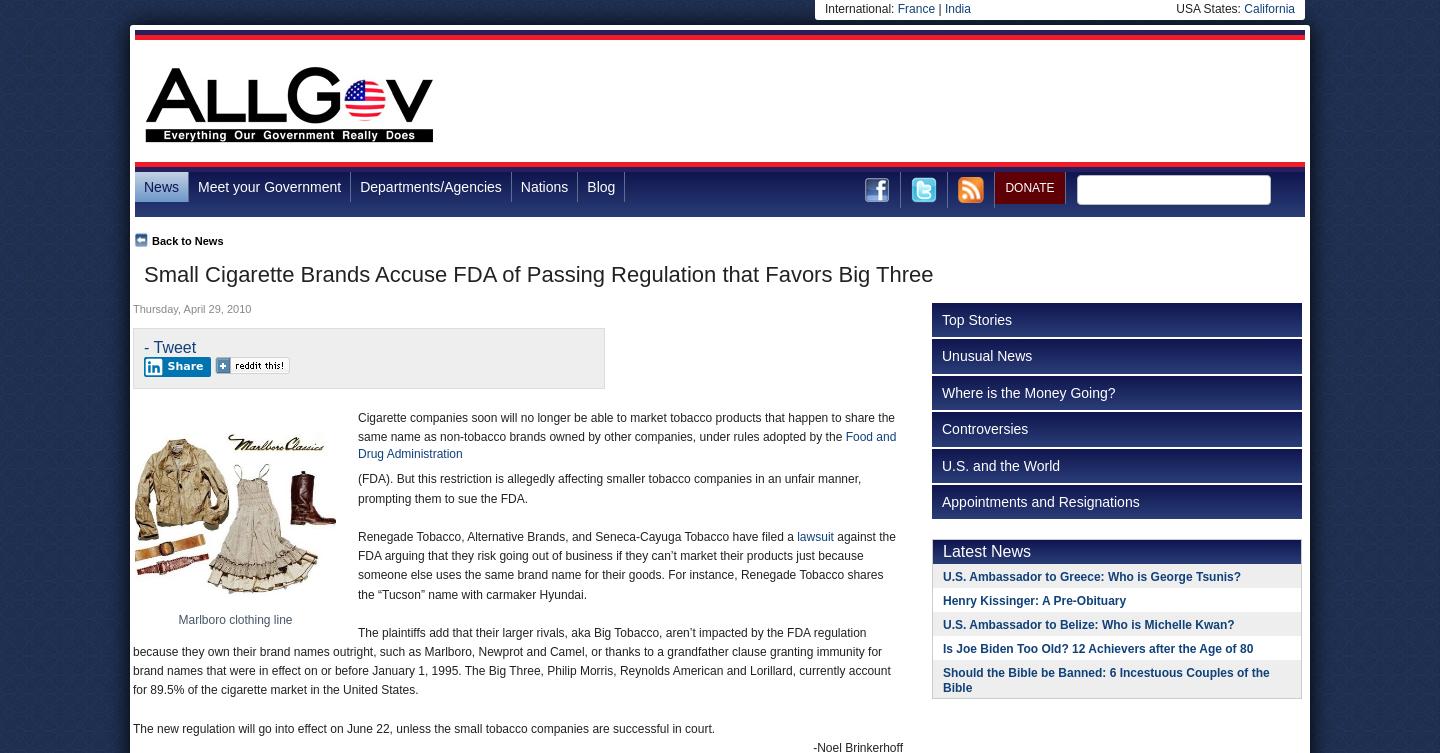 The width and height of the screenshot is (1440, 753). I want to click on 'Appointments and Resignations', so click(1040, 499).